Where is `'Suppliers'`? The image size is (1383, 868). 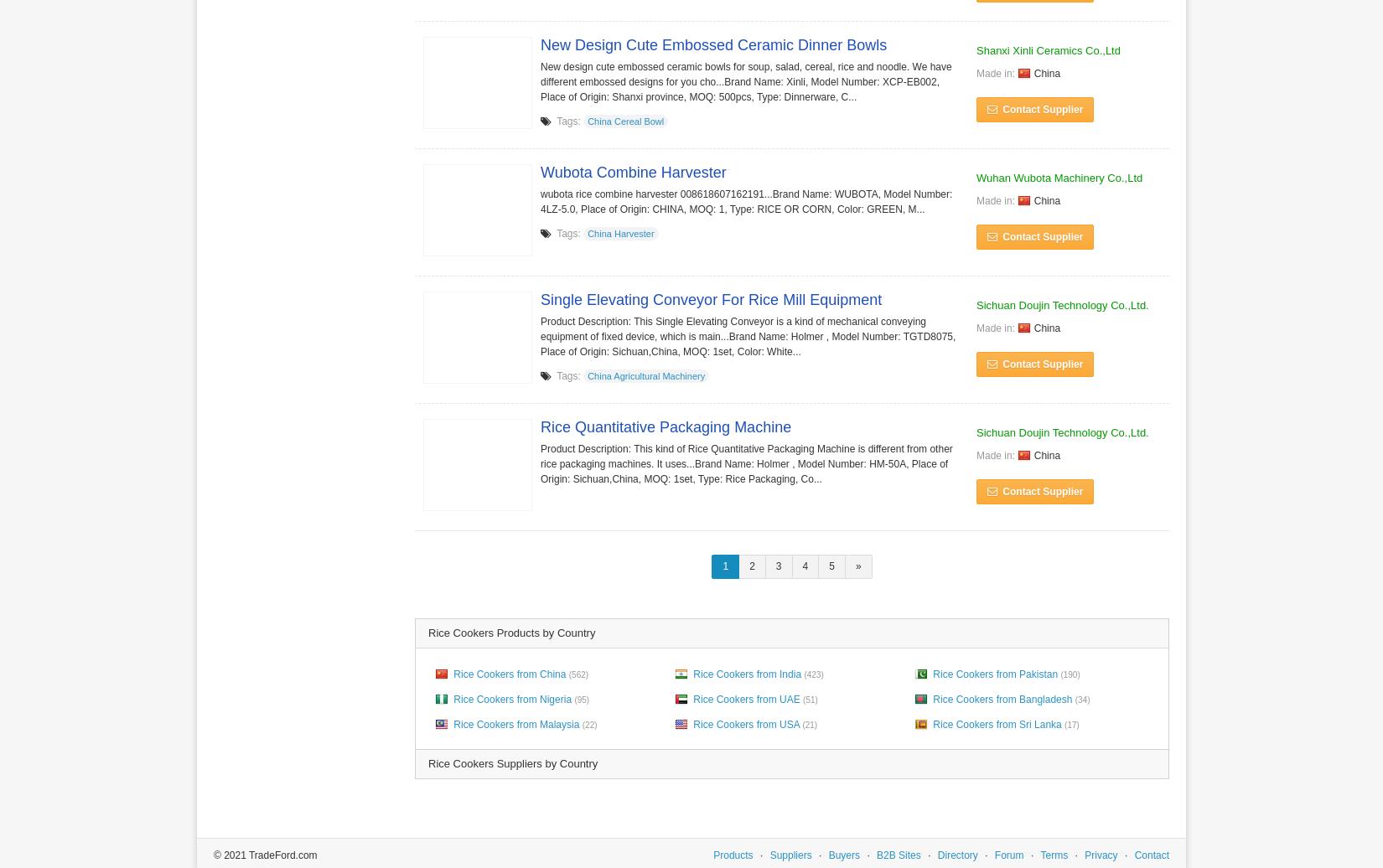
'Suppliers' is located at coordinates (769, 855).